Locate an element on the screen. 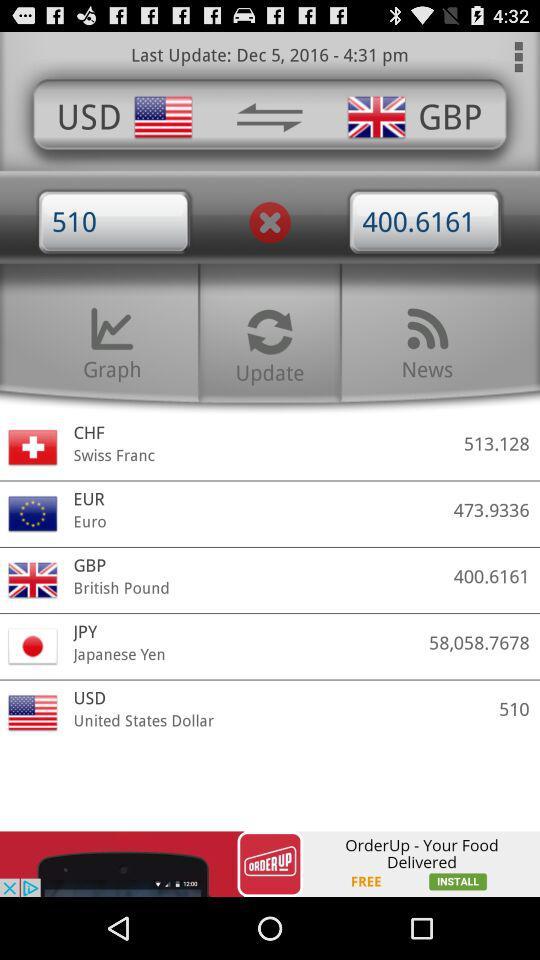 This screenshot has width=540, height=960. reverse translation is located at coordinates (269, 117).